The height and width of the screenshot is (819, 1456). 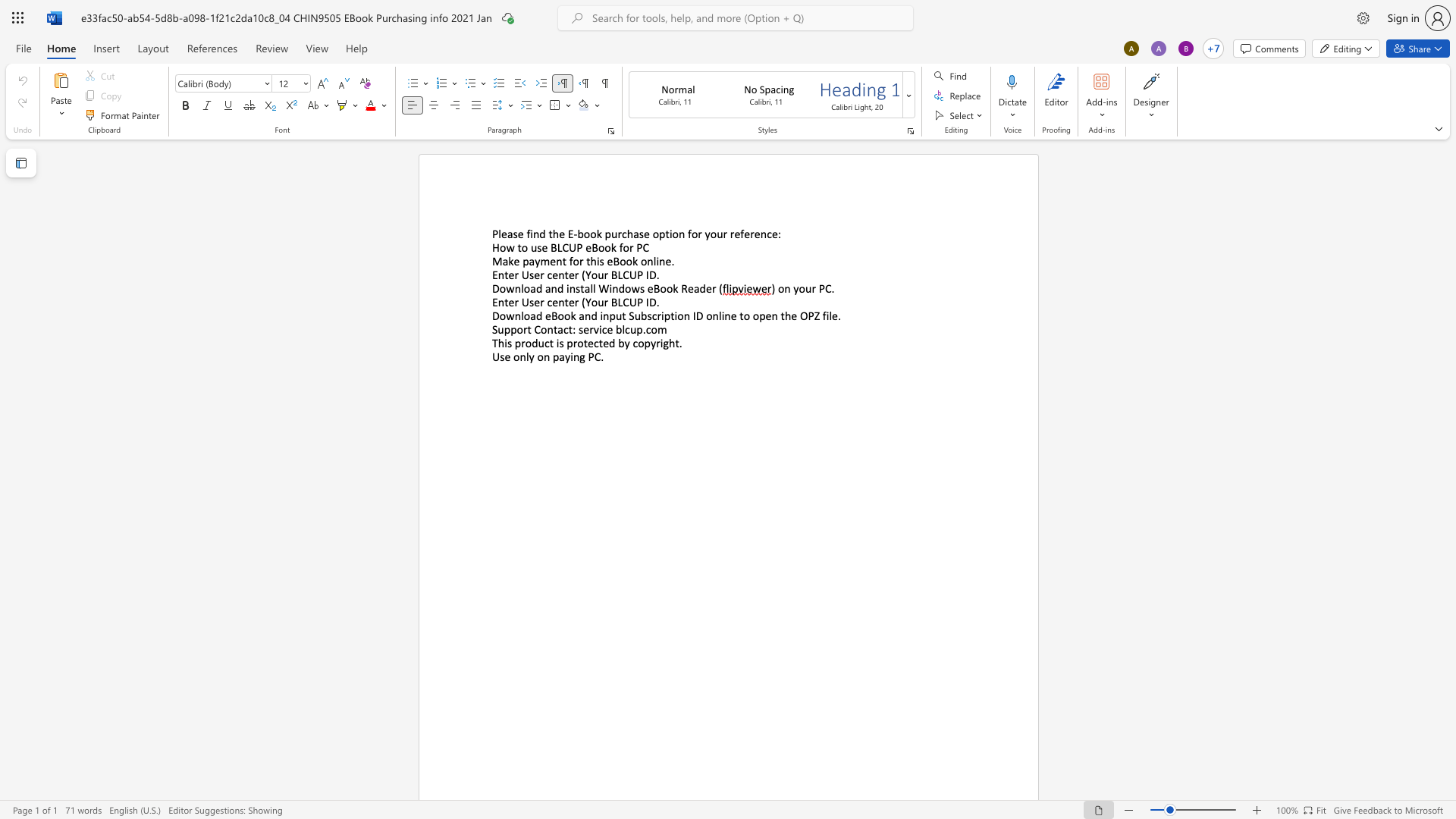 I want to click on the 1th character "y" in the text, so click(x=707, y=234).